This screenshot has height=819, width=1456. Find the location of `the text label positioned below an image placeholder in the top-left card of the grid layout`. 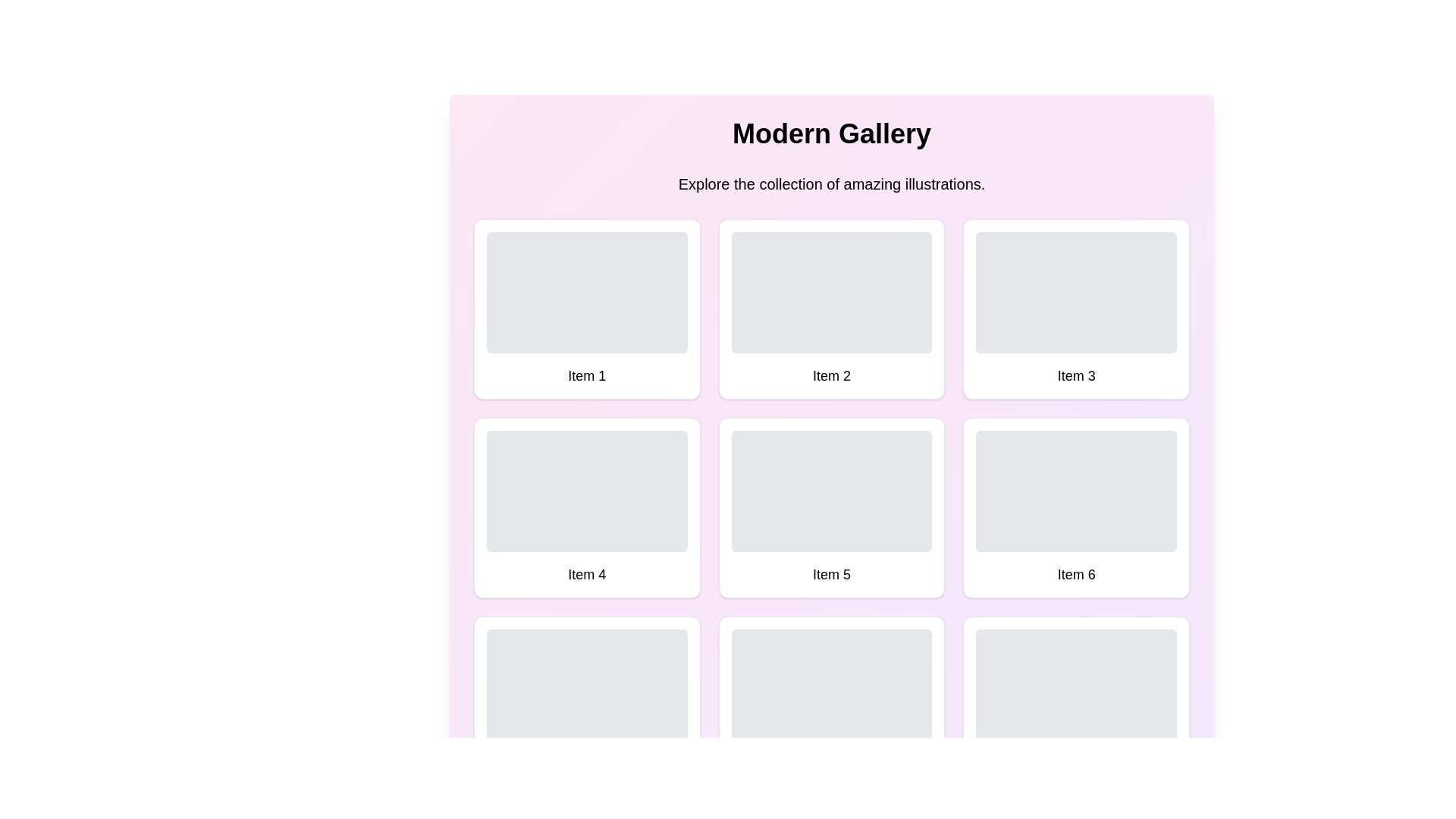

the text label positioned below an image placeholder in the top-left card of the grid layout is located at coordinates (586, 375).